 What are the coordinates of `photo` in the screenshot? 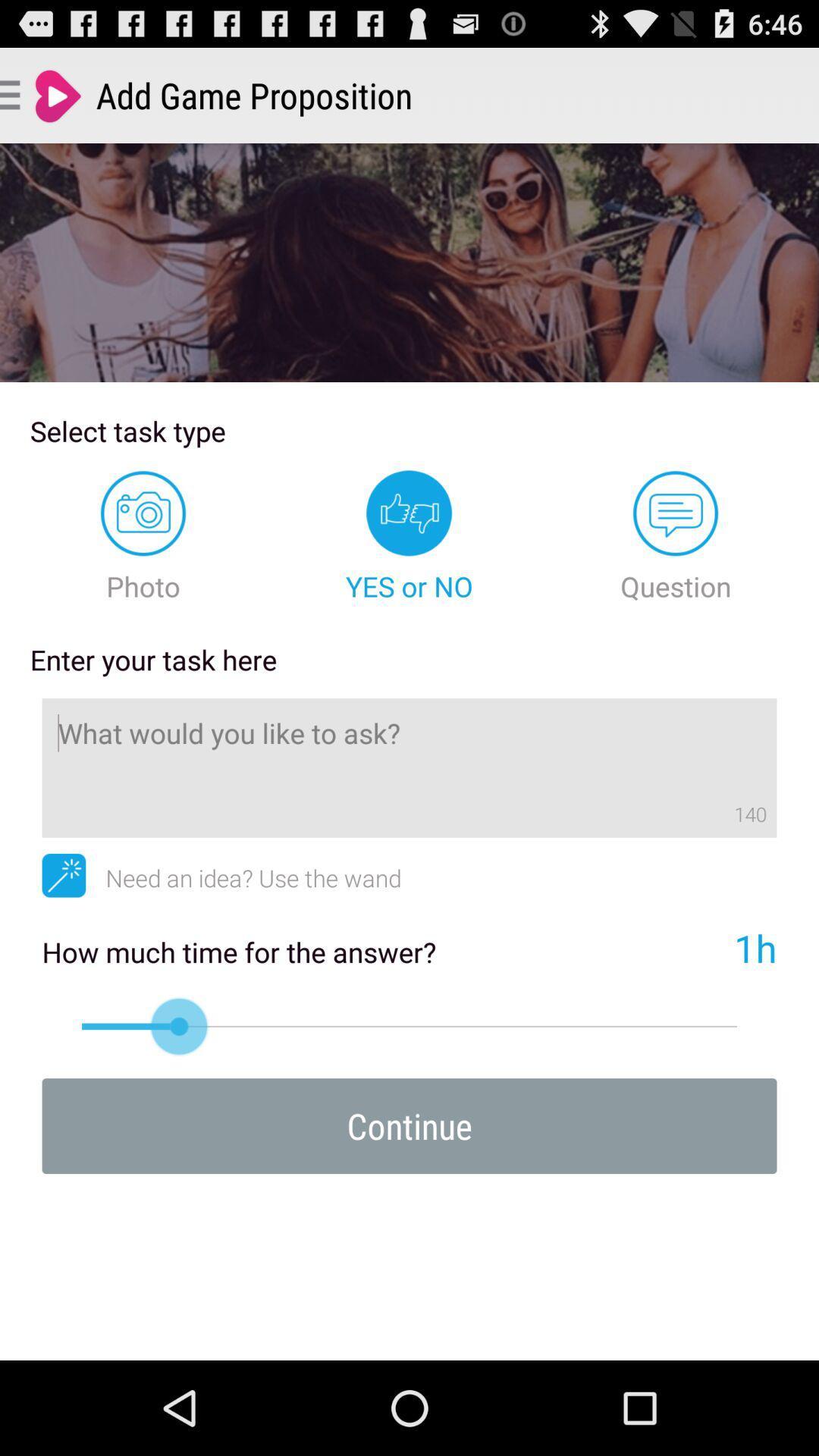 It's located at (143, 537).